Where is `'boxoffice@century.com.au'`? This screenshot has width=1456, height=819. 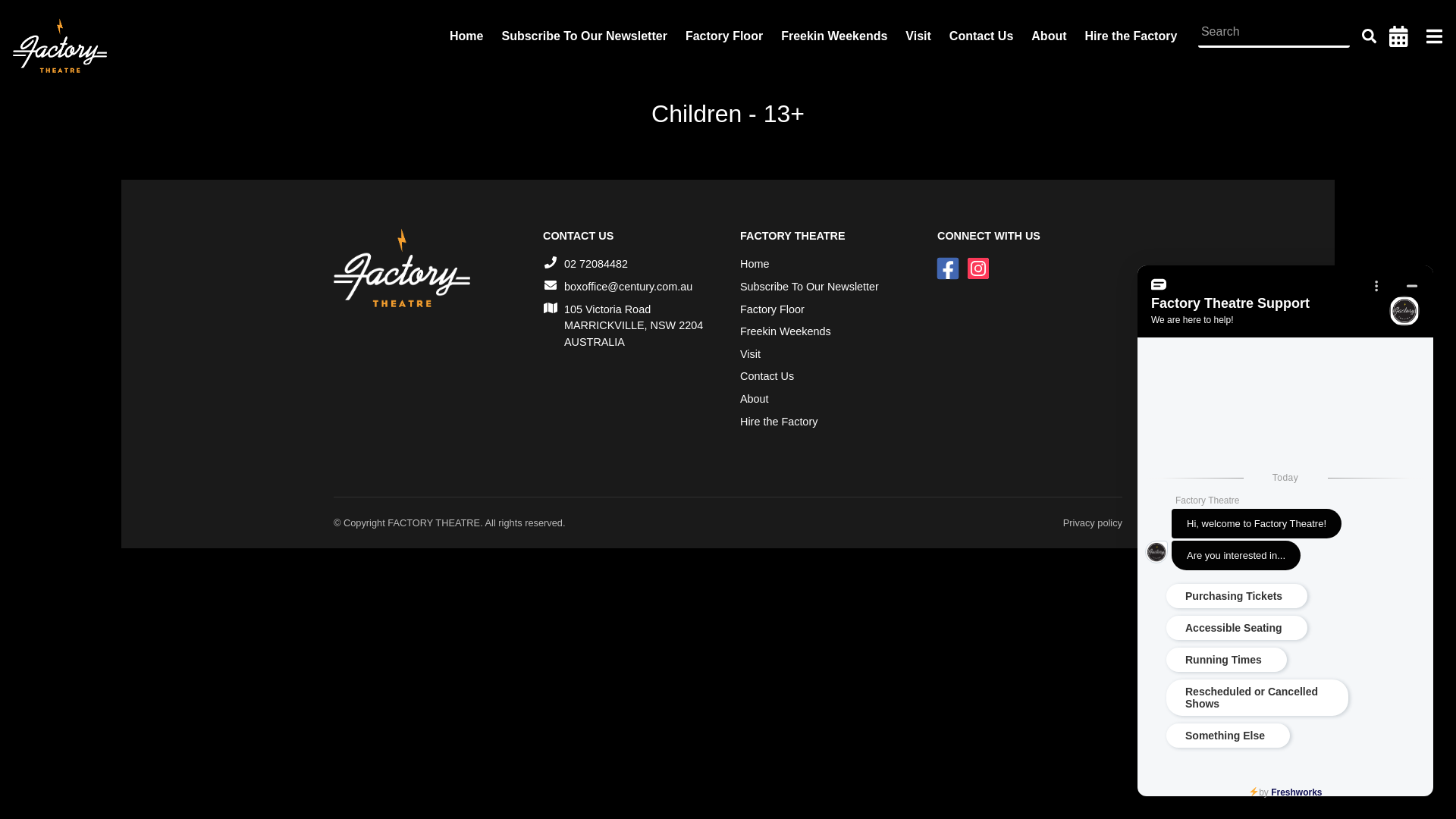 'boxoffice@century.com.au' is located at coordinates (628, 287).